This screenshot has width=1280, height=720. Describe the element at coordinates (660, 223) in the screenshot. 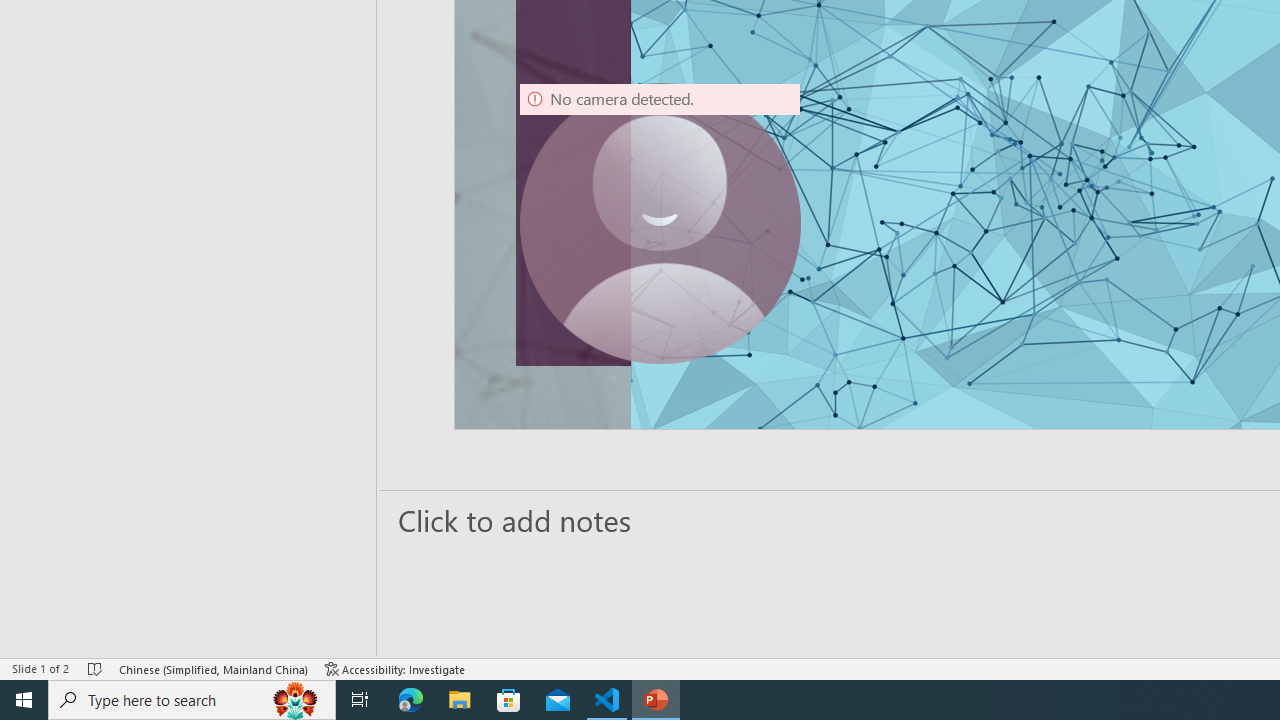

I see `'Camera 9, No camera detected.'` at that location.